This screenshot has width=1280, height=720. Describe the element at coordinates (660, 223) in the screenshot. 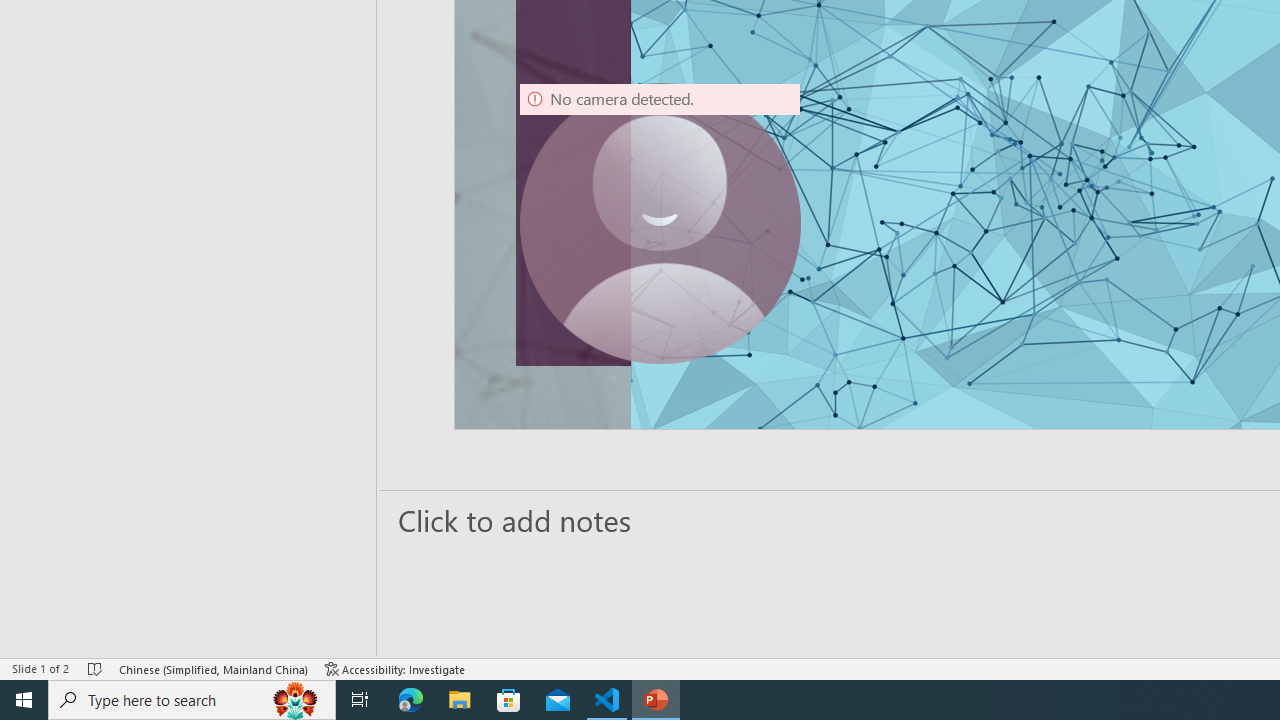

I see `'Camera 9, No camera detected.'` at that location.